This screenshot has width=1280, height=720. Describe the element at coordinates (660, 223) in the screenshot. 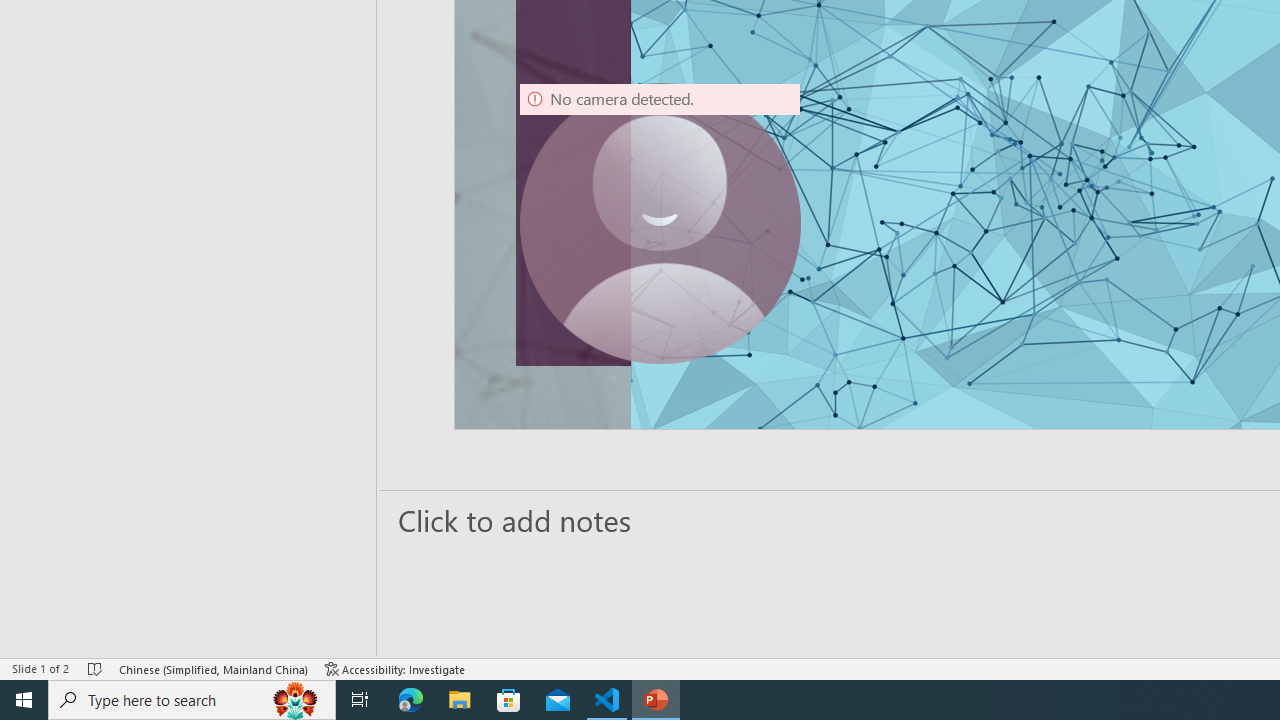

I see `'Camera 9, No camera detected.'` at that location.